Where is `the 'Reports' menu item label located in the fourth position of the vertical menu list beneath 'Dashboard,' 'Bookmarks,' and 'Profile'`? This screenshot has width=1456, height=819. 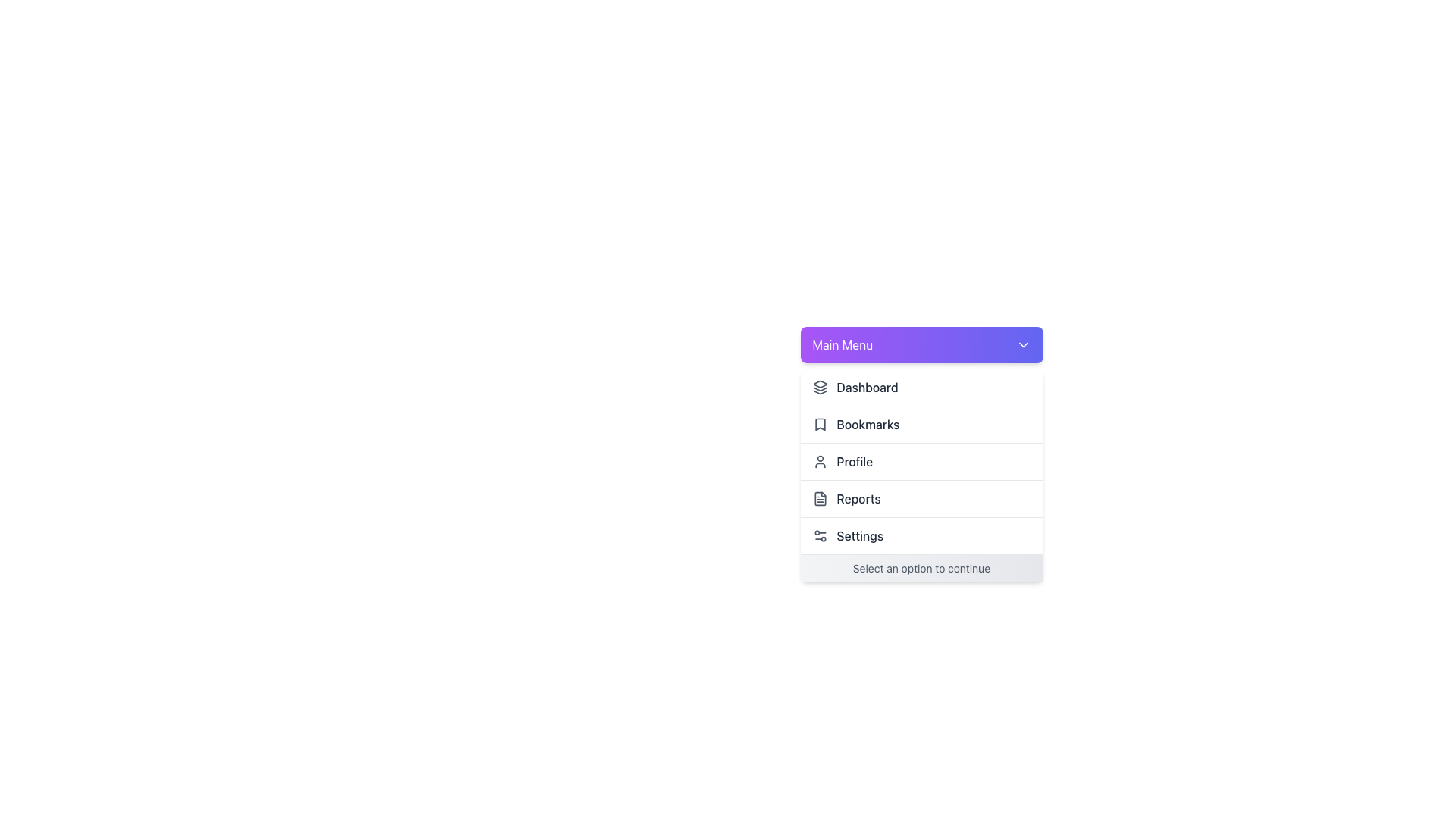
the 'Reports' menu item label located in the fourth position of the vertical menu list beneath 'Dashboard,' 'Bookmarks,' and 'Profile' is located at coordinates (858, 499).